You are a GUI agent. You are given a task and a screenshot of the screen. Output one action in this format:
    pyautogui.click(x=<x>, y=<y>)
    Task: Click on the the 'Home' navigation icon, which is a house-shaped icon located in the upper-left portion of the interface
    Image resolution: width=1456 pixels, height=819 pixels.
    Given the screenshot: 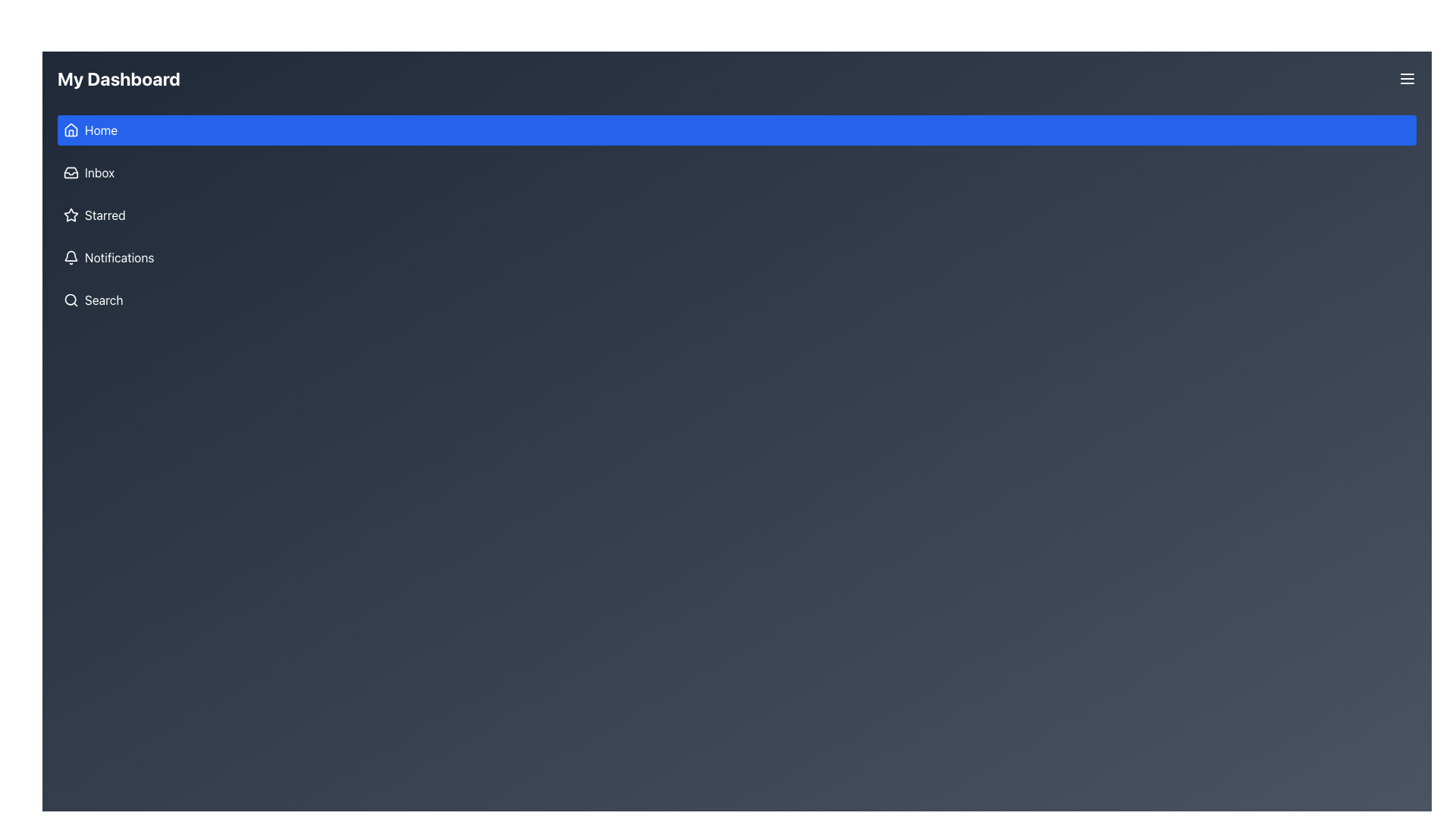 What is the action you would take?
    pyautogui.click(x=71, y=128)
    